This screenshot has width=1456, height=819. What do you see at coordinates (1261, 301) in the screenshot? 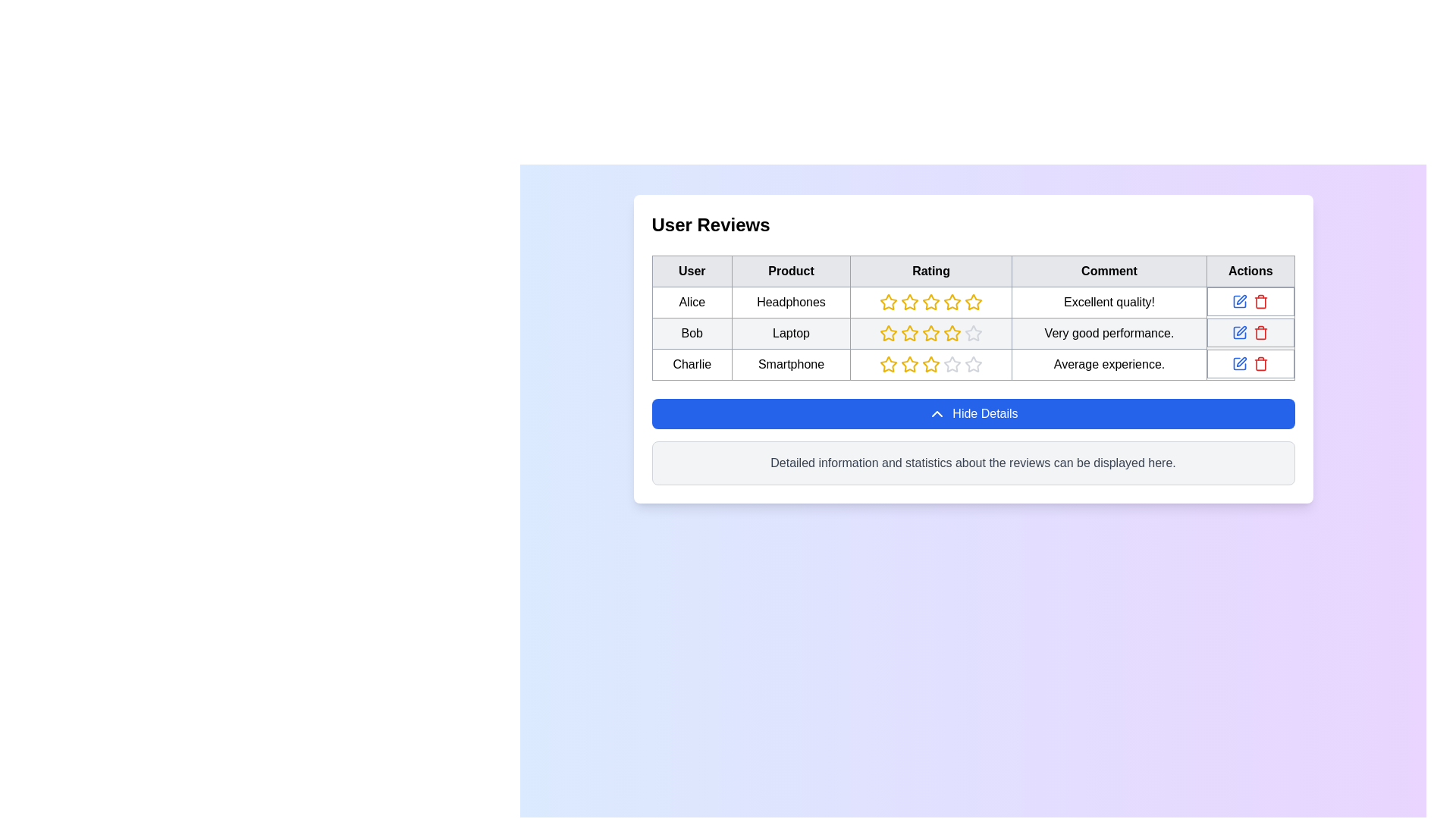
I see `the delete icon button in the 'Actions' section of the product review table to trigger a tooltip or visual feedback` at bounding box center [1261, 301].